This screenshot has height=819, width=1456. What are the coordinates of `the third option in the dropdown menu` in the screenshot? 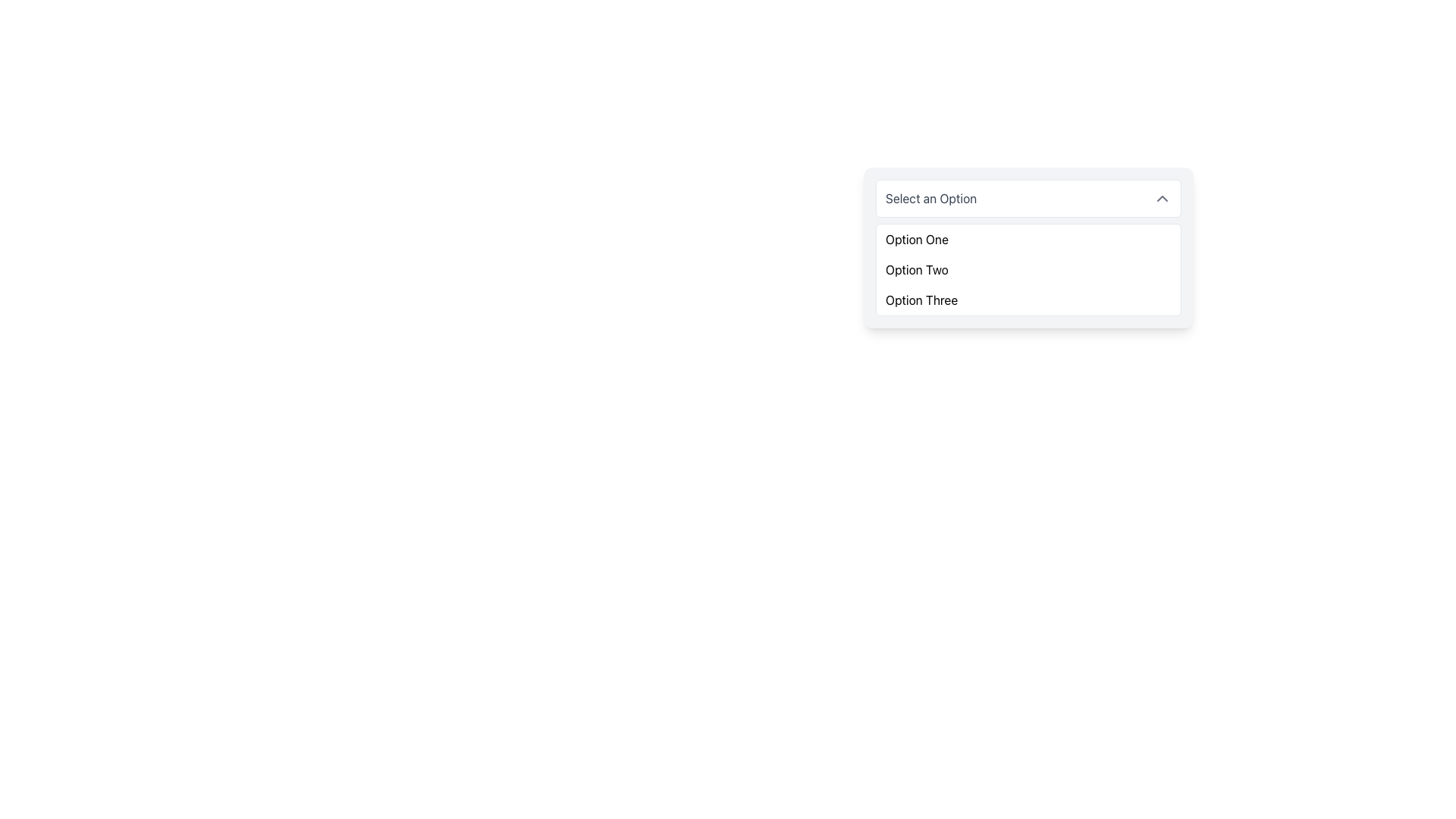 It's located at (1028, 300).